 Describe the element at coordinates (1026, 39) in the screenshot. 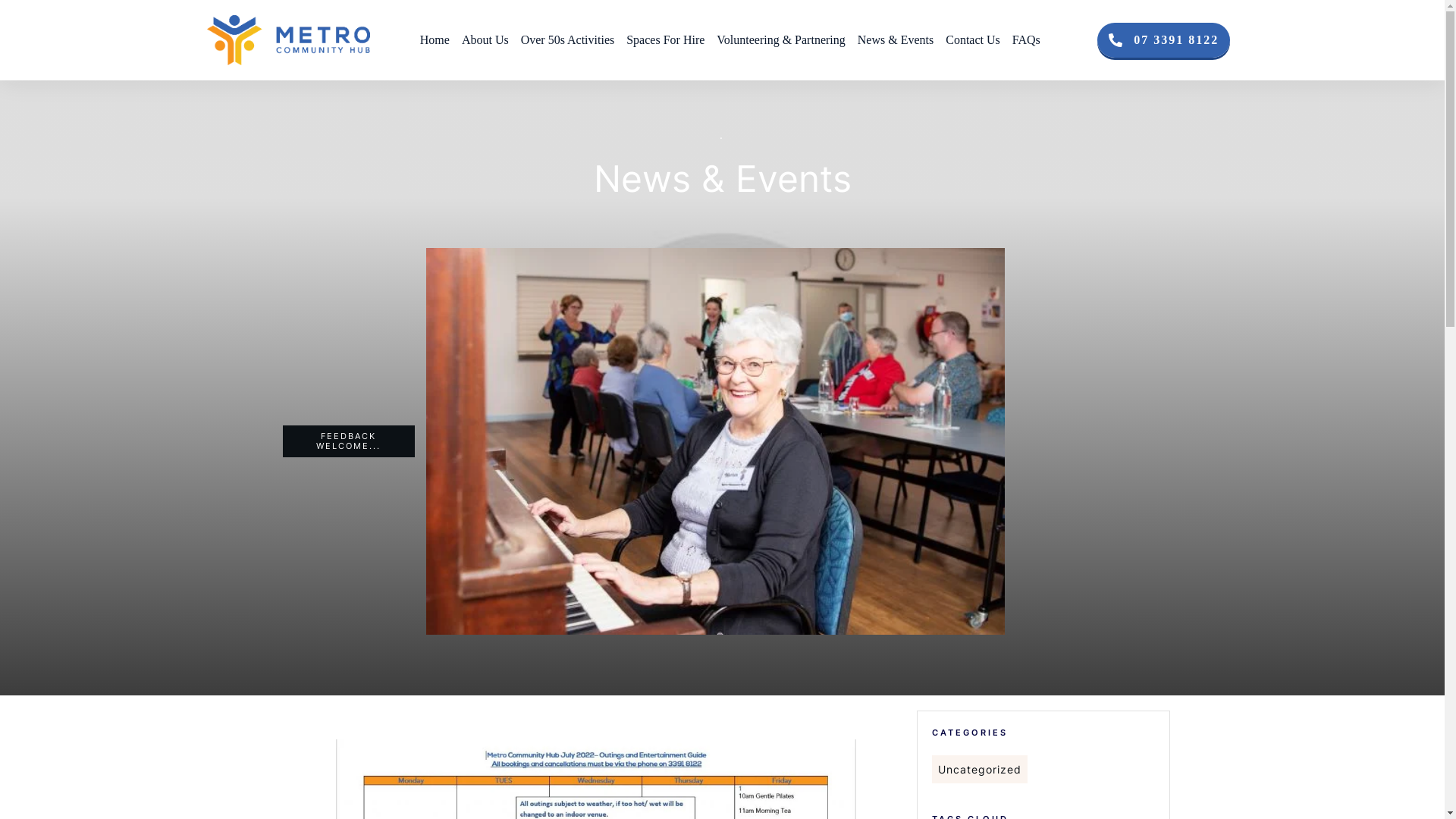

I see `'FAQs'` at that location.